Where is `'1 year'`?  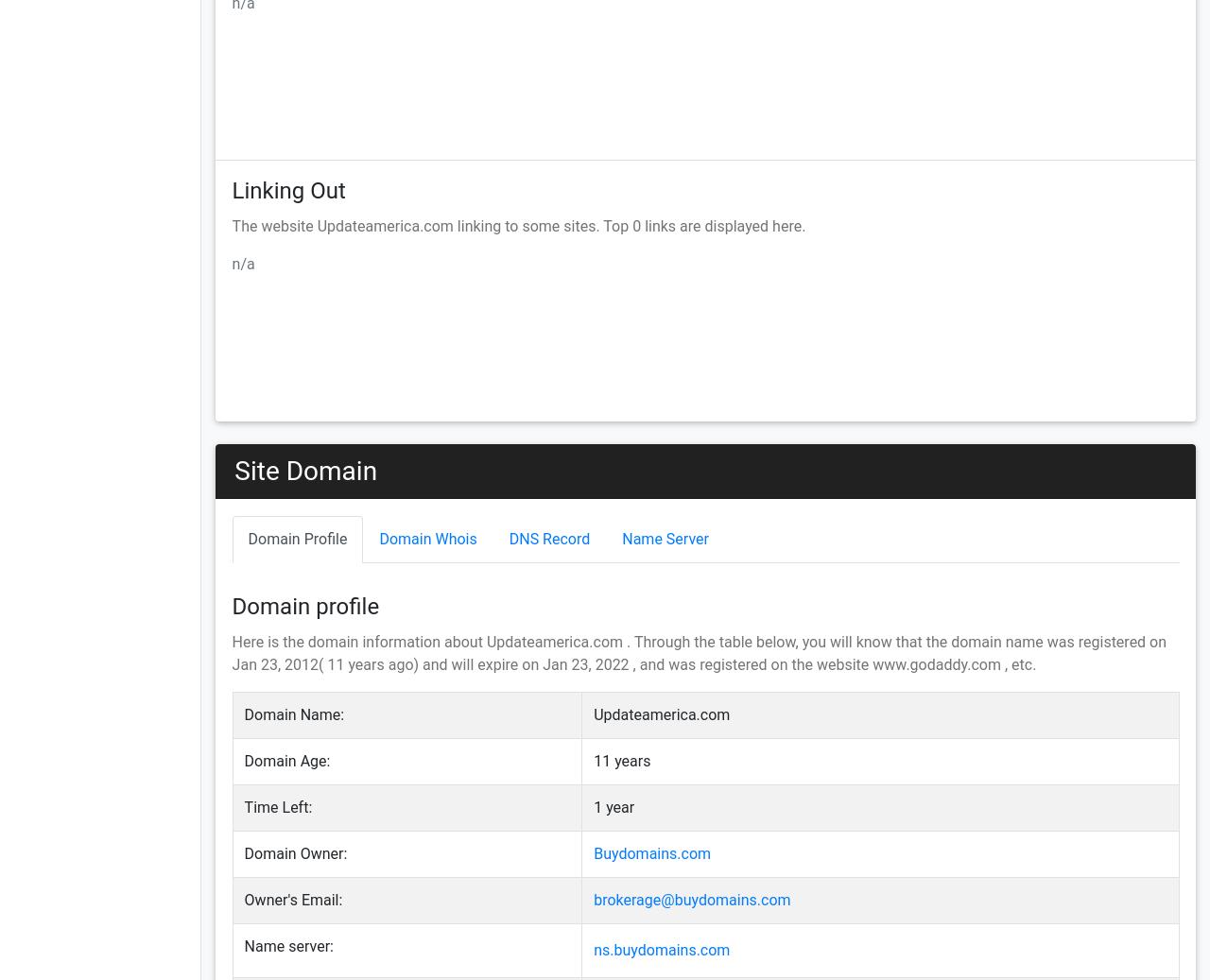
'1 year' is located at coordinates (614, 807).